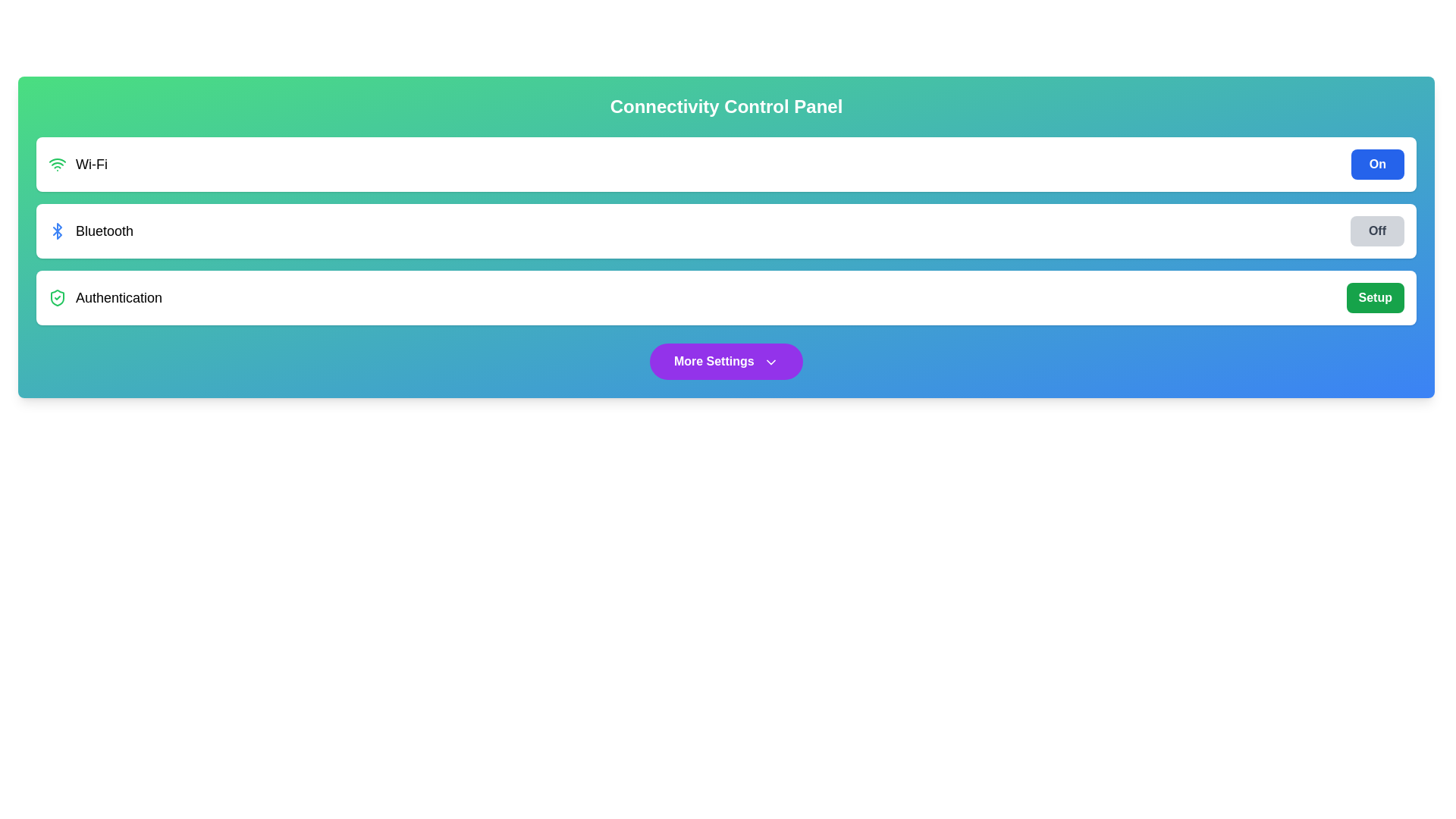 This screenshot has width=1456, height=819. Describe the element at coordinates (77, 164) in the screenshot. I see `text 'Wi-Fi' which is styled in bold and located next to a green Wi-Fi icon in the connectivity options section` at that location.